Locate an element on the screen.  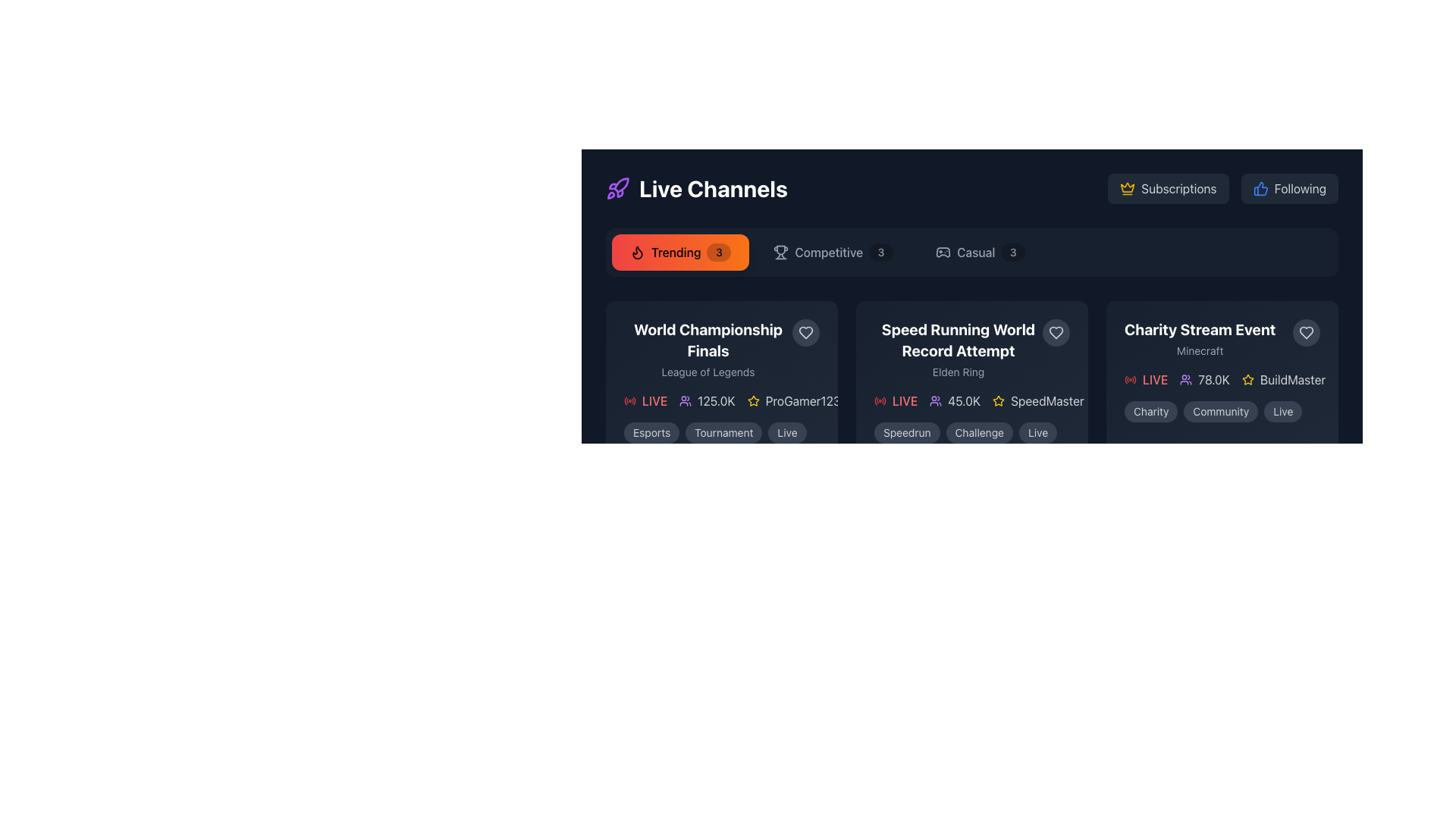
text from the title and description of the streaming channel preview card located in the second card of the horizontal row is located at coordinates (957, 350).